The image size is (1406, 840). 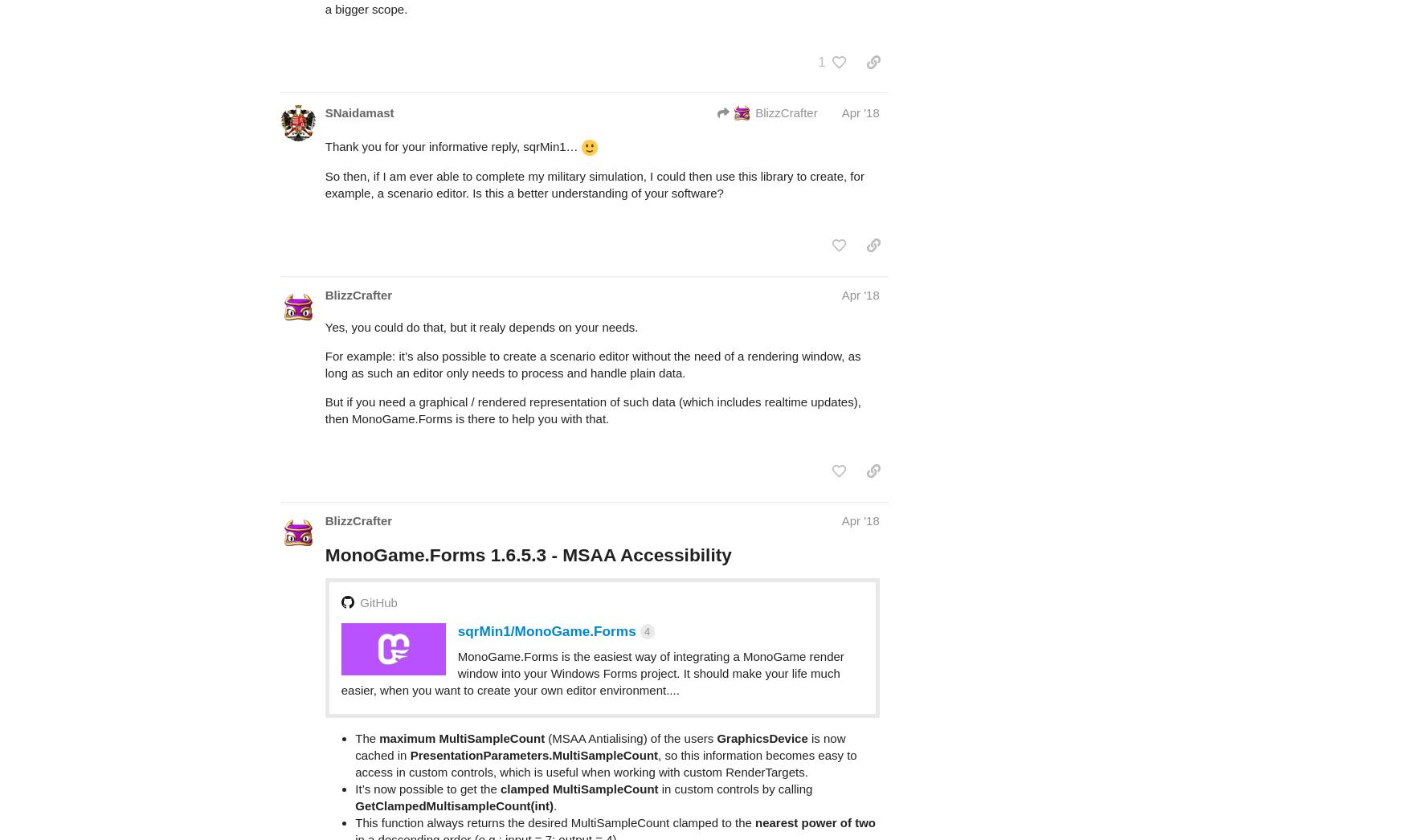 What do you see at coordinates (499, 725) in the screenshot?
I see `'clamped MultiSampleCount'` at bounding box center [499, 725].